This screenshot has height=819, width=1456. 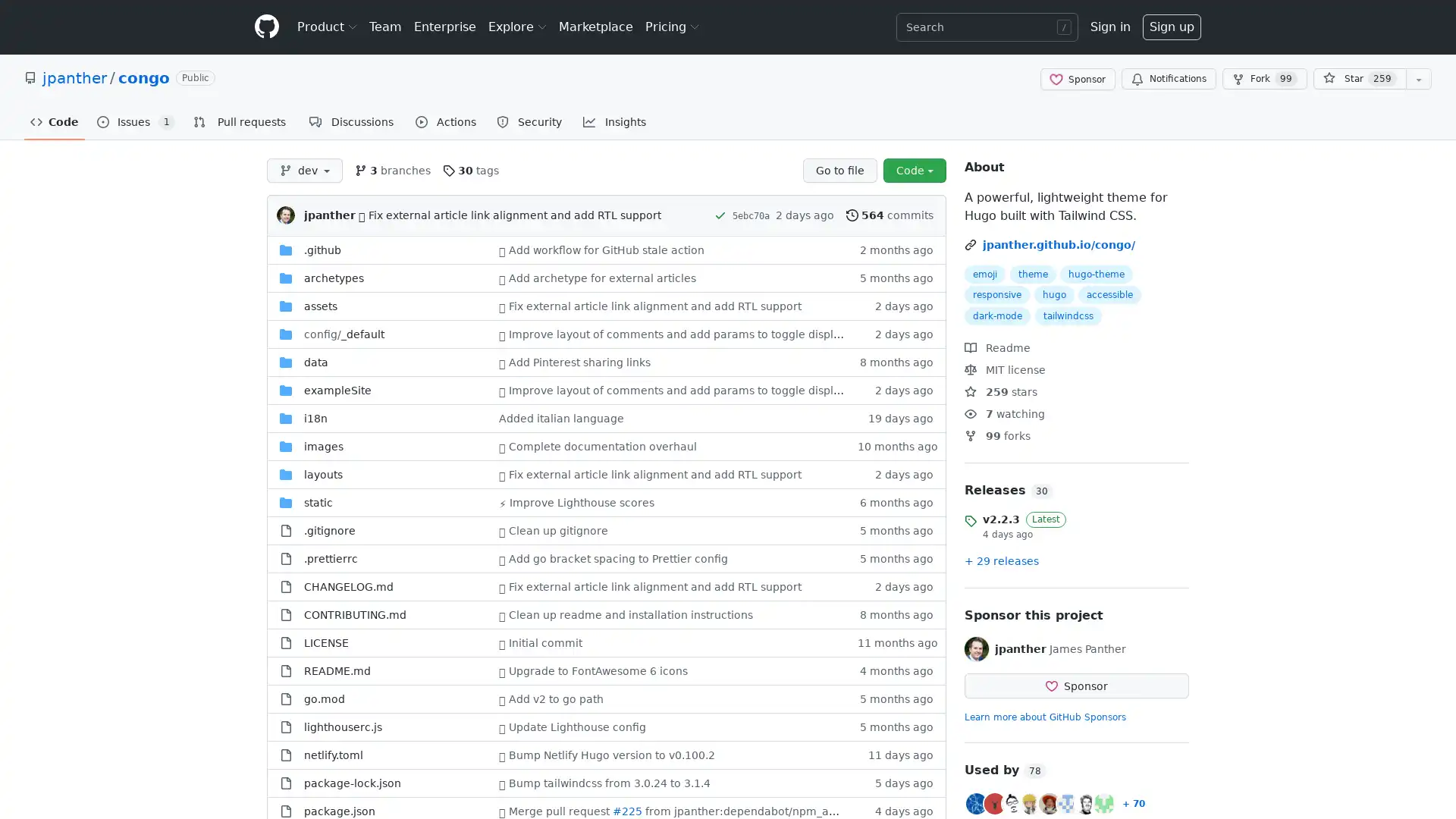 What do you see at coordinates (1418, 79) in the screenshot?
I see `You must be signed in to add this repository to a list` at bounding box center [1418, 79].